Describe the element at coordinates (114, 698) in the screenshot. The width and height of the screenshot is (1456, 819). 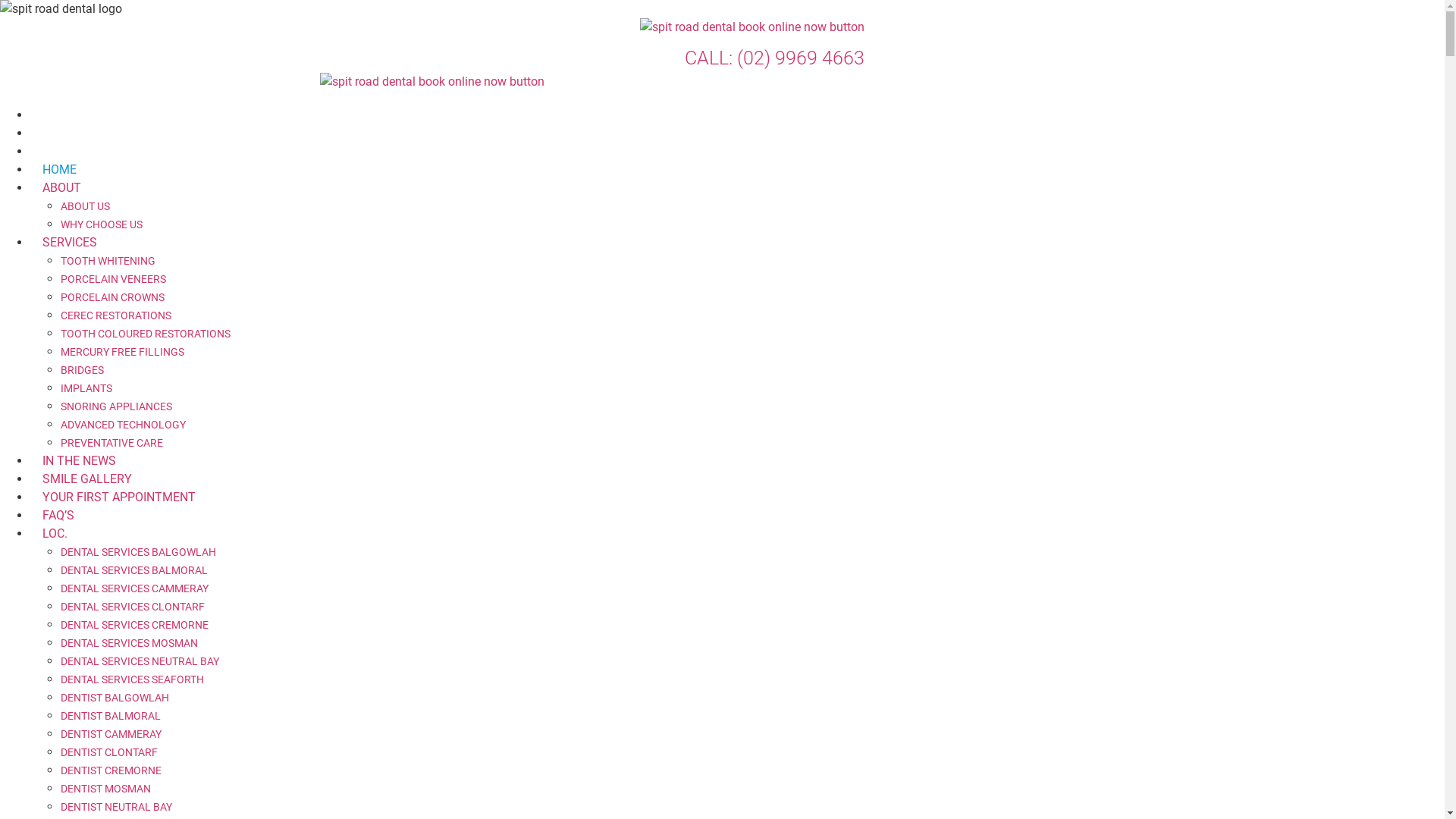
I see `'DENTIST BALGOWLAH'` at that location.